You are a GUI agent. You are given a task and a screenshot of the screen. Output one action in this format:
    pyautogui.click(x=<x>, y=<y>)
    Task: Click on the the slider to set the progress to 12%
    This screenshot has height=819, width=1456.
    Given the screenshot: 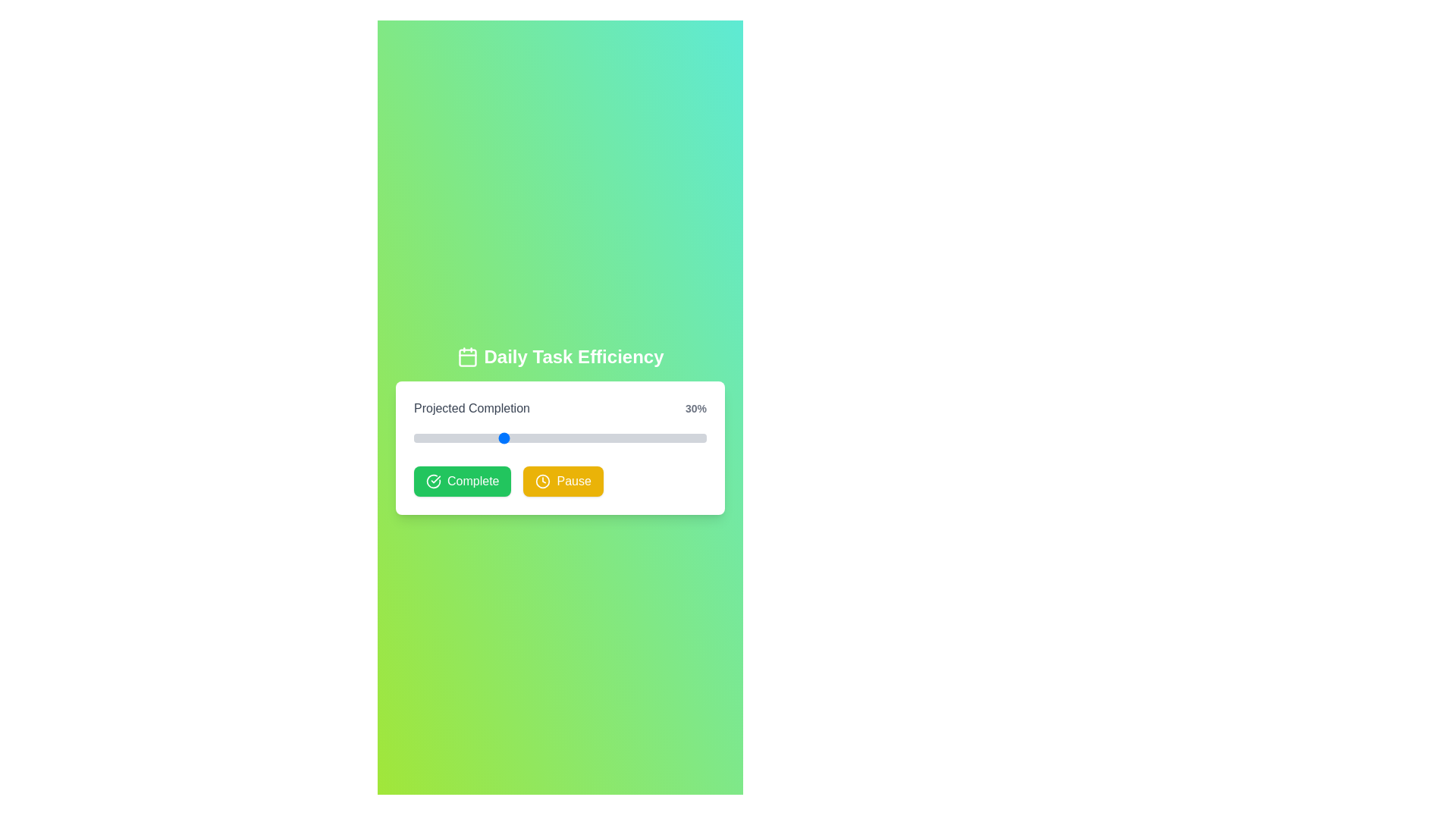 What is the action you would take?
    pyautogui.click(x=448, y=438)
    